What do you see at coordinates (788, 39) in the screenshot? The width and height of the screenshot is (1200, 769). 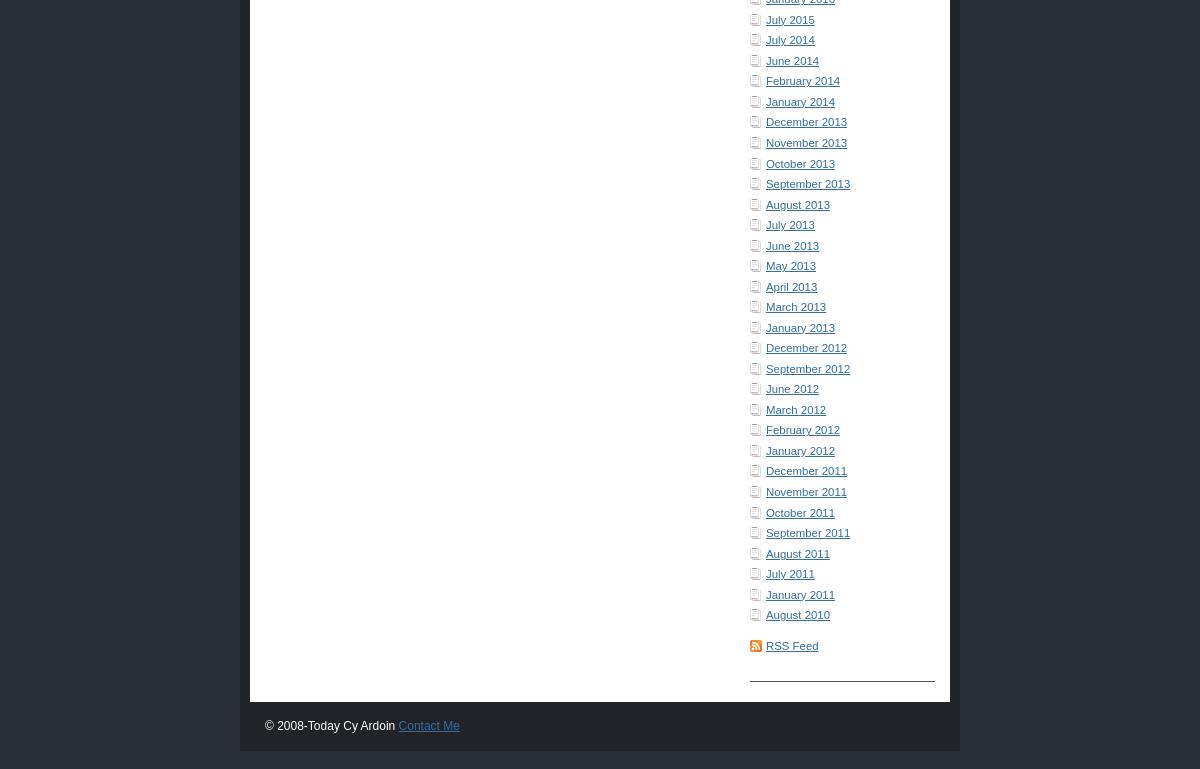 I see `'July 2014'` at bounding box center [788, 39].